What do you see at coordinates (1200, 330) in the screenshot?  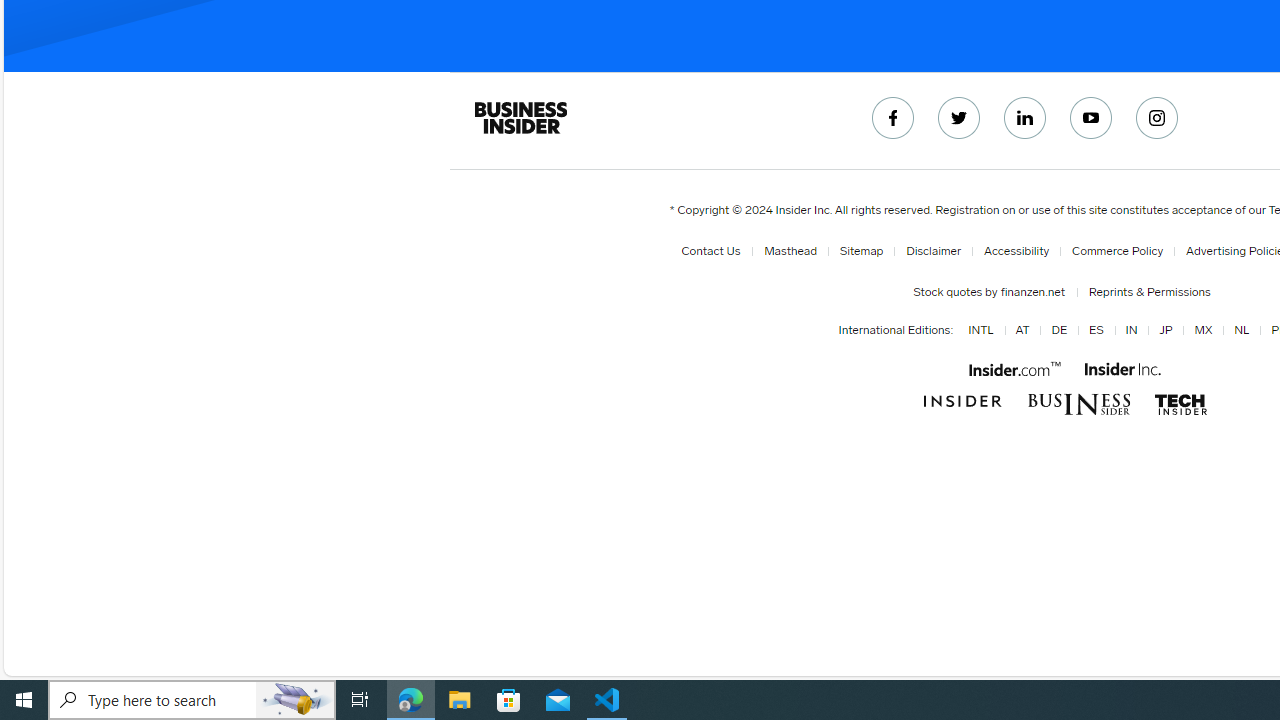 I see `'MX'` at bounding box center [1200, 330].